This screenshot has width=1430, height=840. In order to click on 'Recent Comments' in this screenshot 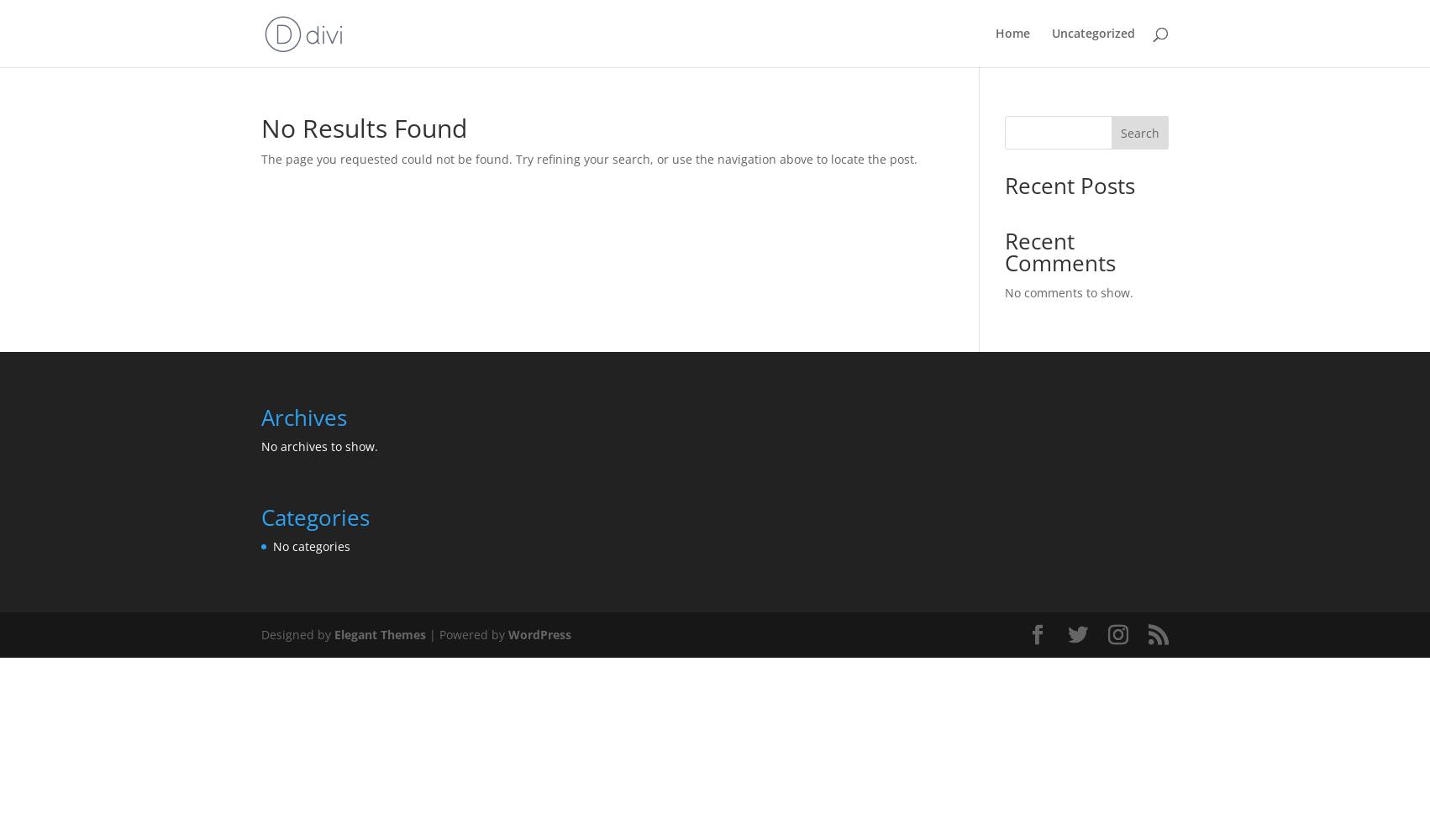, I will do `click(1059, 252)`.